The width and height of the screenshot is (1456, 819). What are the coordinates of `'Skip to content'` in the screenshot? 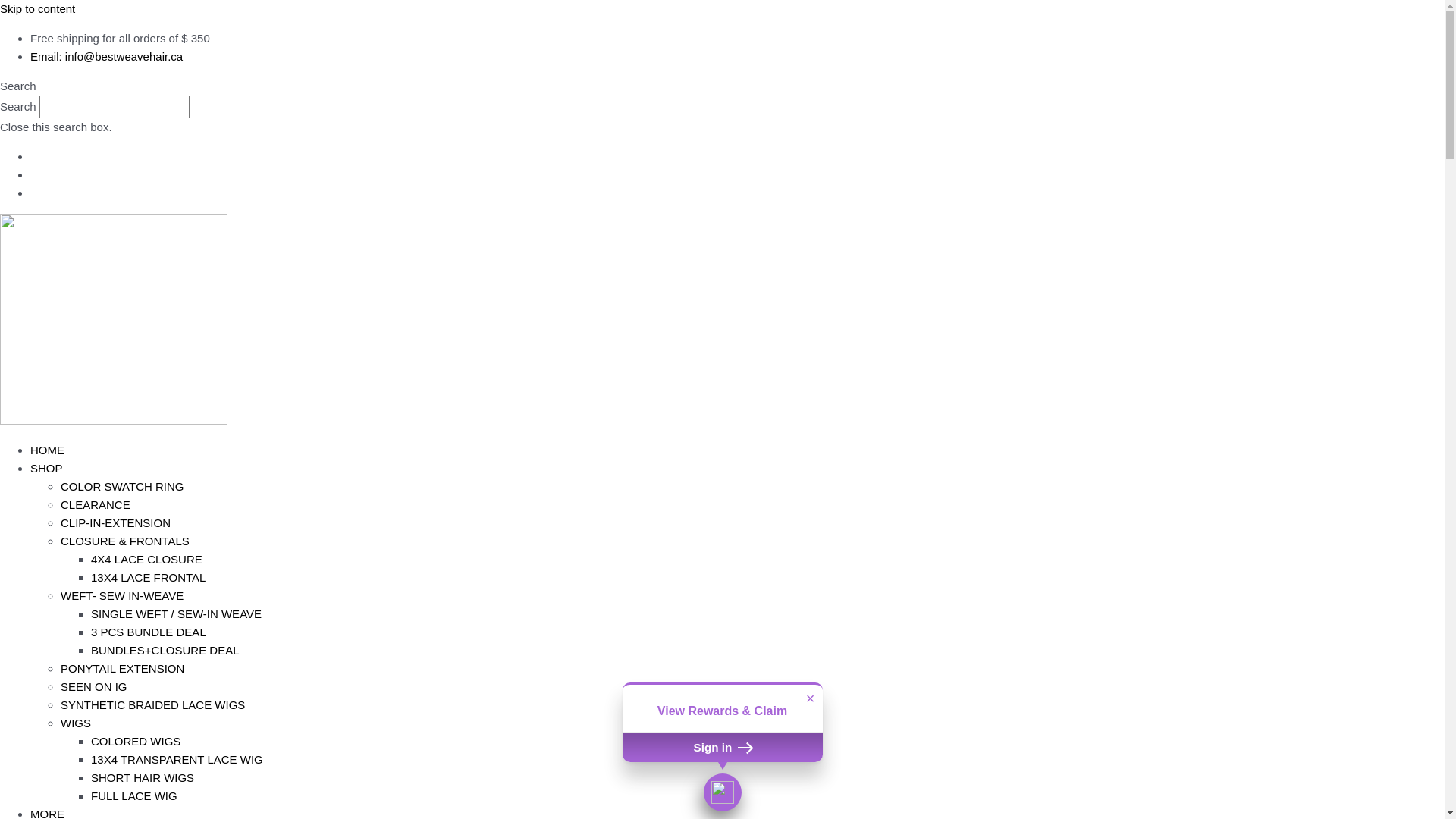 It's located at (37, 8).